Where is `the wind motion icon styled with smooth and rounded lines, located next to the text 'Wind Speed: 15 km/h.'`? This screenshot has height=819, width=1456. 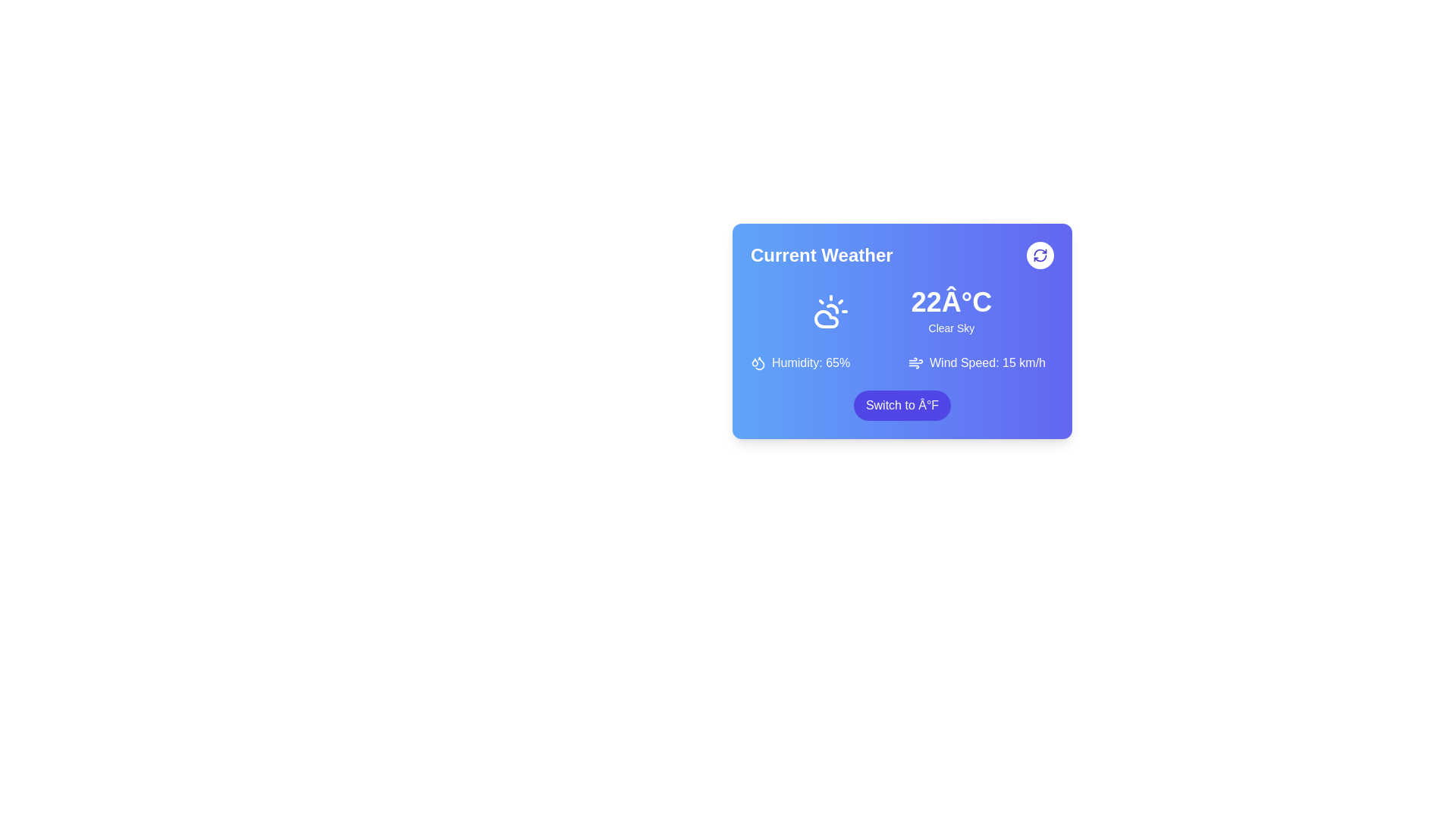 the wind motion icon styled with smooth and rounded lines, located next to the text 'Wind Speed: 15 km/h.' is located at coordinates (915, 362).